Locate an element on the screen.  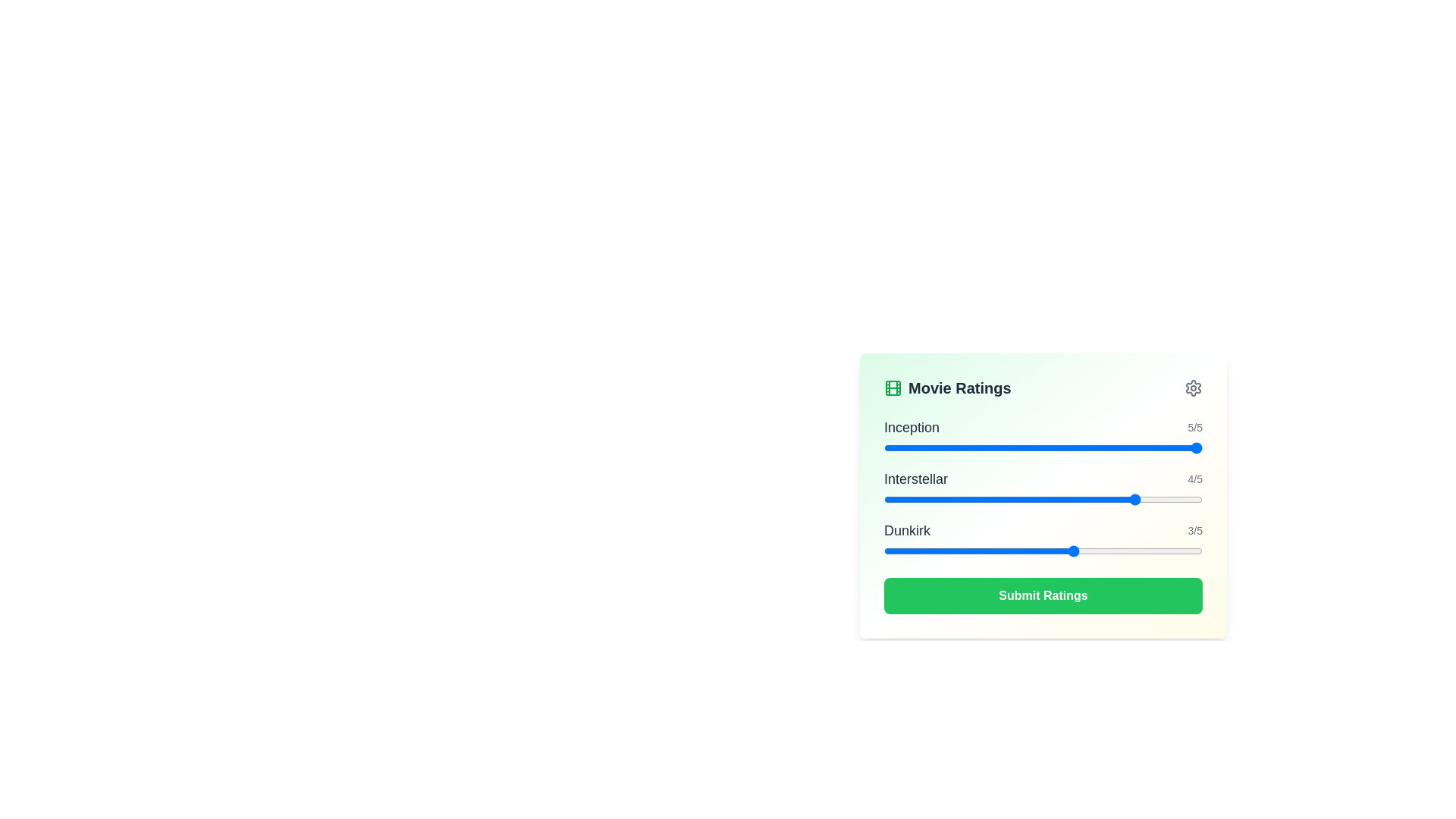
the third slider input for rating the movie 'Dunkirk' to set a value between 0 and 5 is located at coordinates (1043, 539).